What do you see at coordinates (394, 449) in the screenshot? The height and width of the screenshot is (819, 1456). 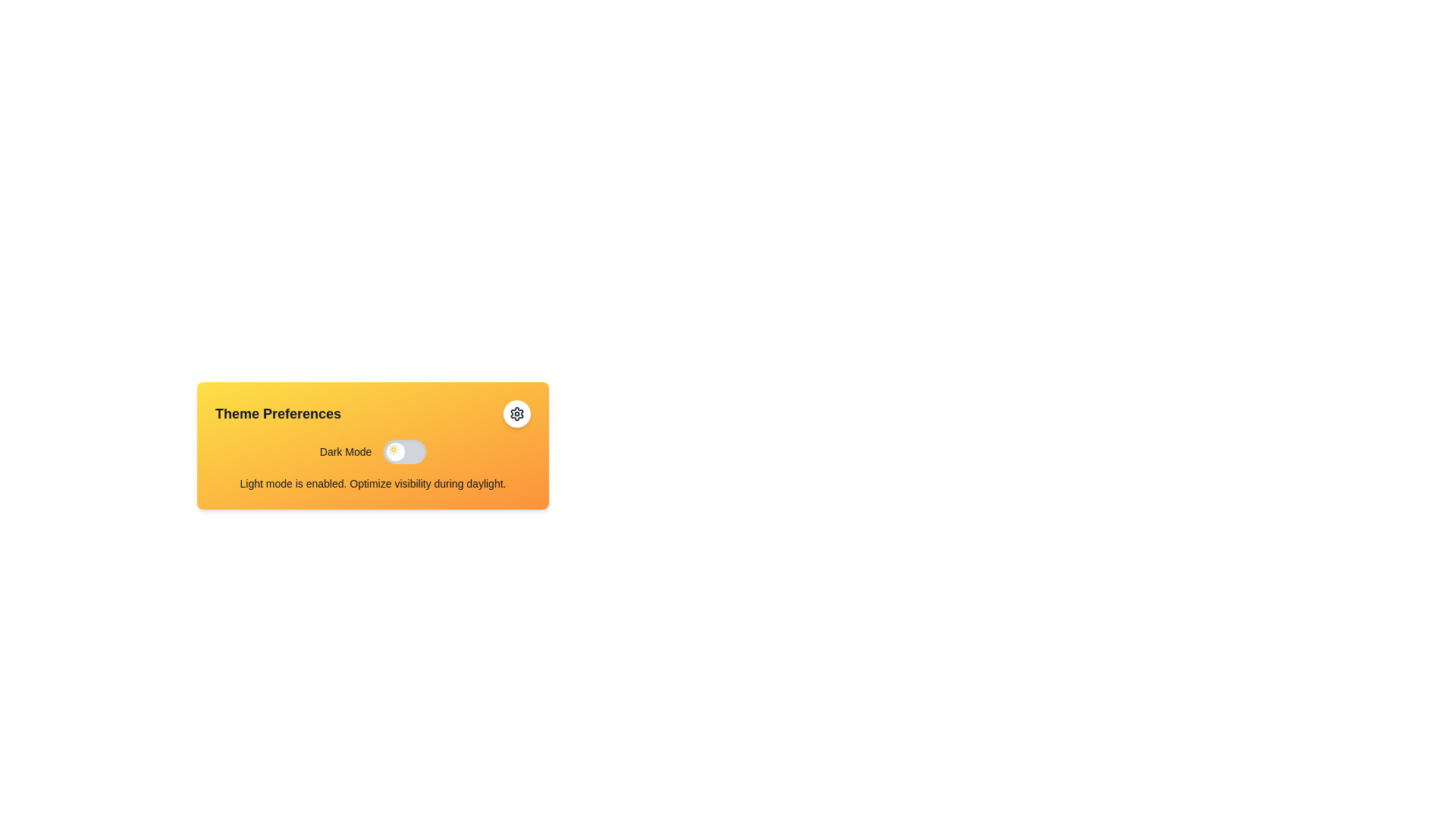 I see `the sun-shaped icon in the 'Dark Mode' toggle switch within the 'Theme Preferences' card` at bounding box center [394, 449].